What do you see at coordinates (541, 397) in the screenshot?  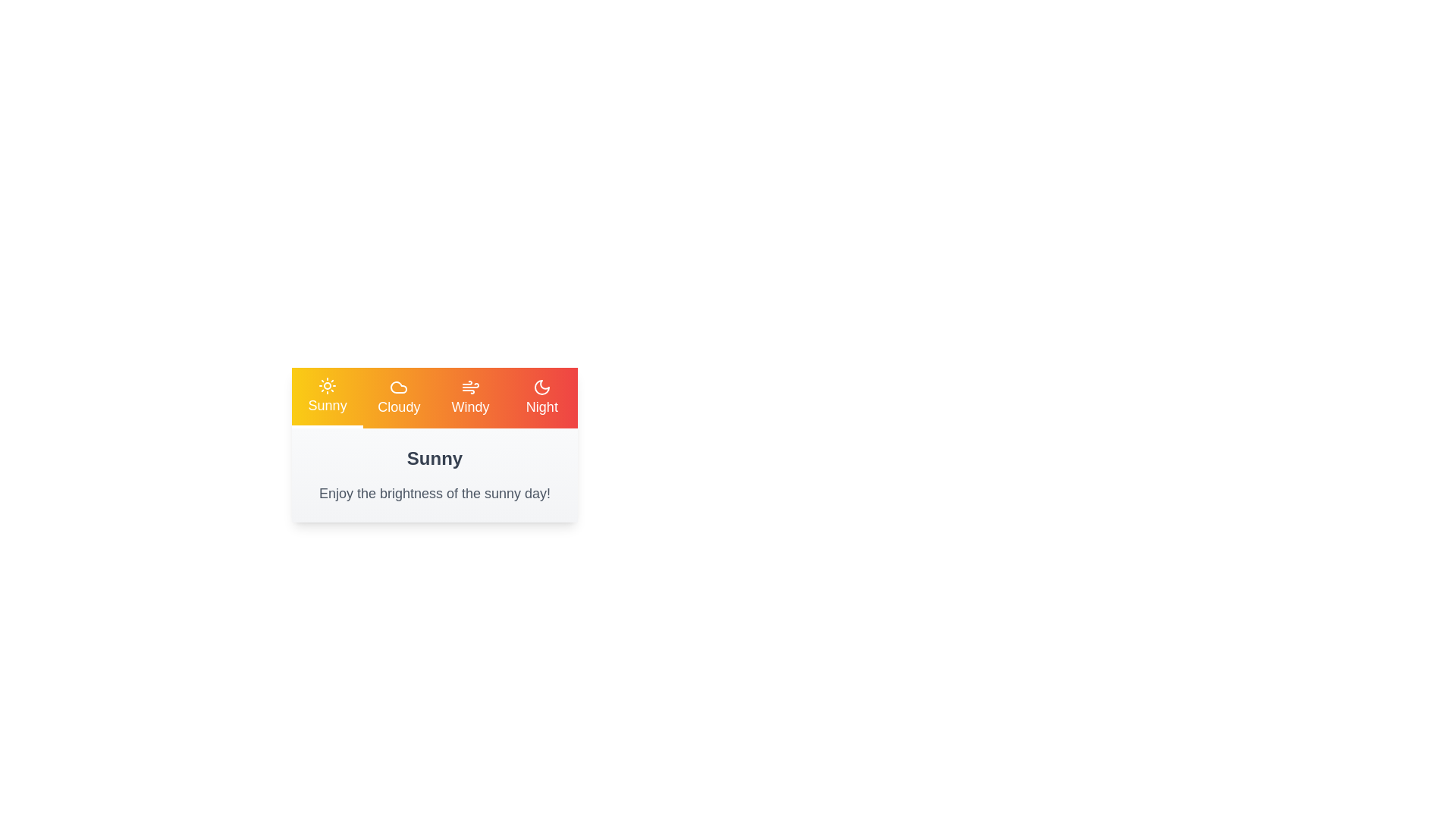 I see `the Night tab to observe its visual state change` at bounding box center [541, 397].